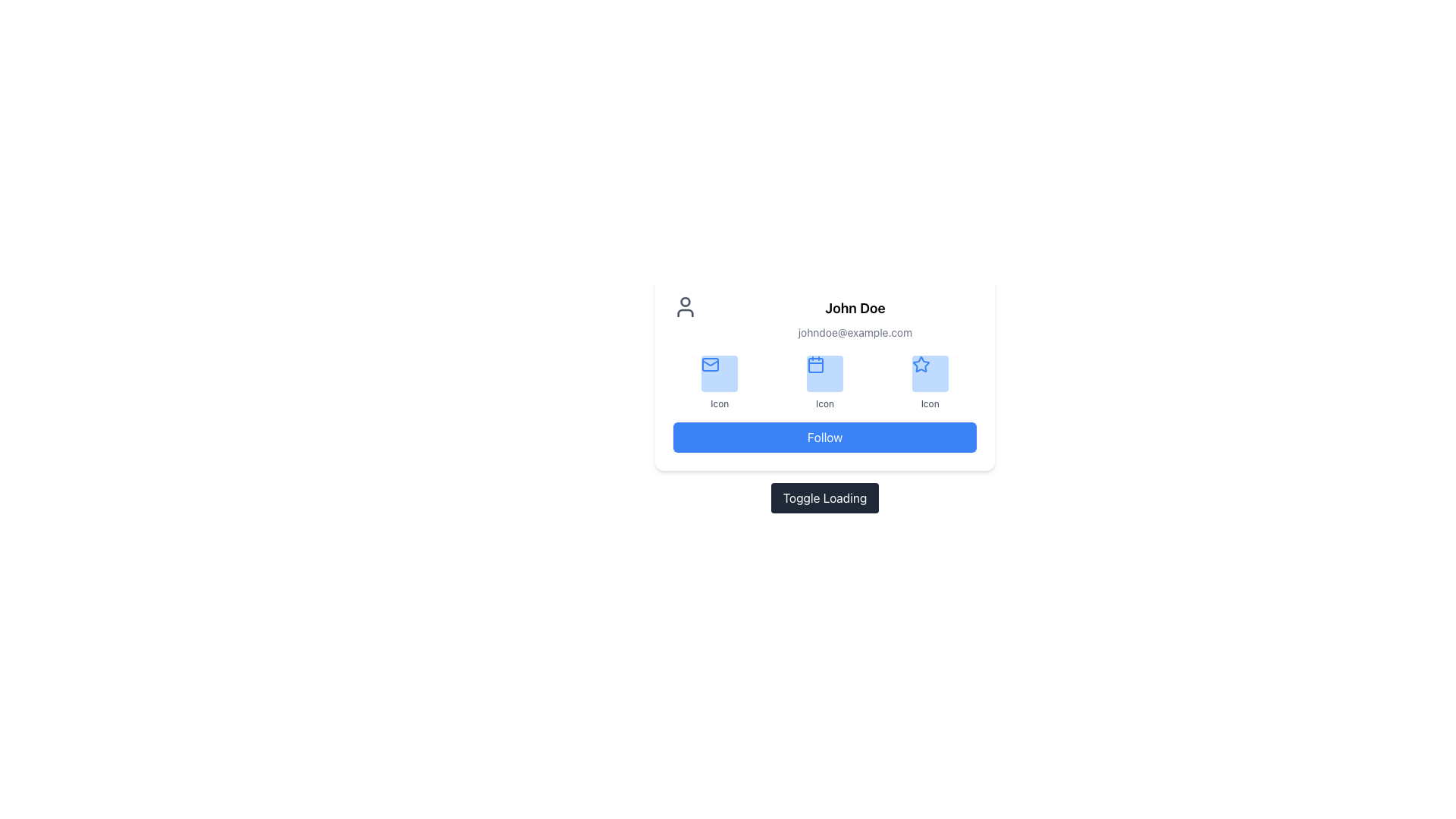 The image size is (1456, 819). I want to click on the star-shaped icon with a blueprint color scheme located as the rightmost icon in the row of icons below the user information section, so click(920, 363).